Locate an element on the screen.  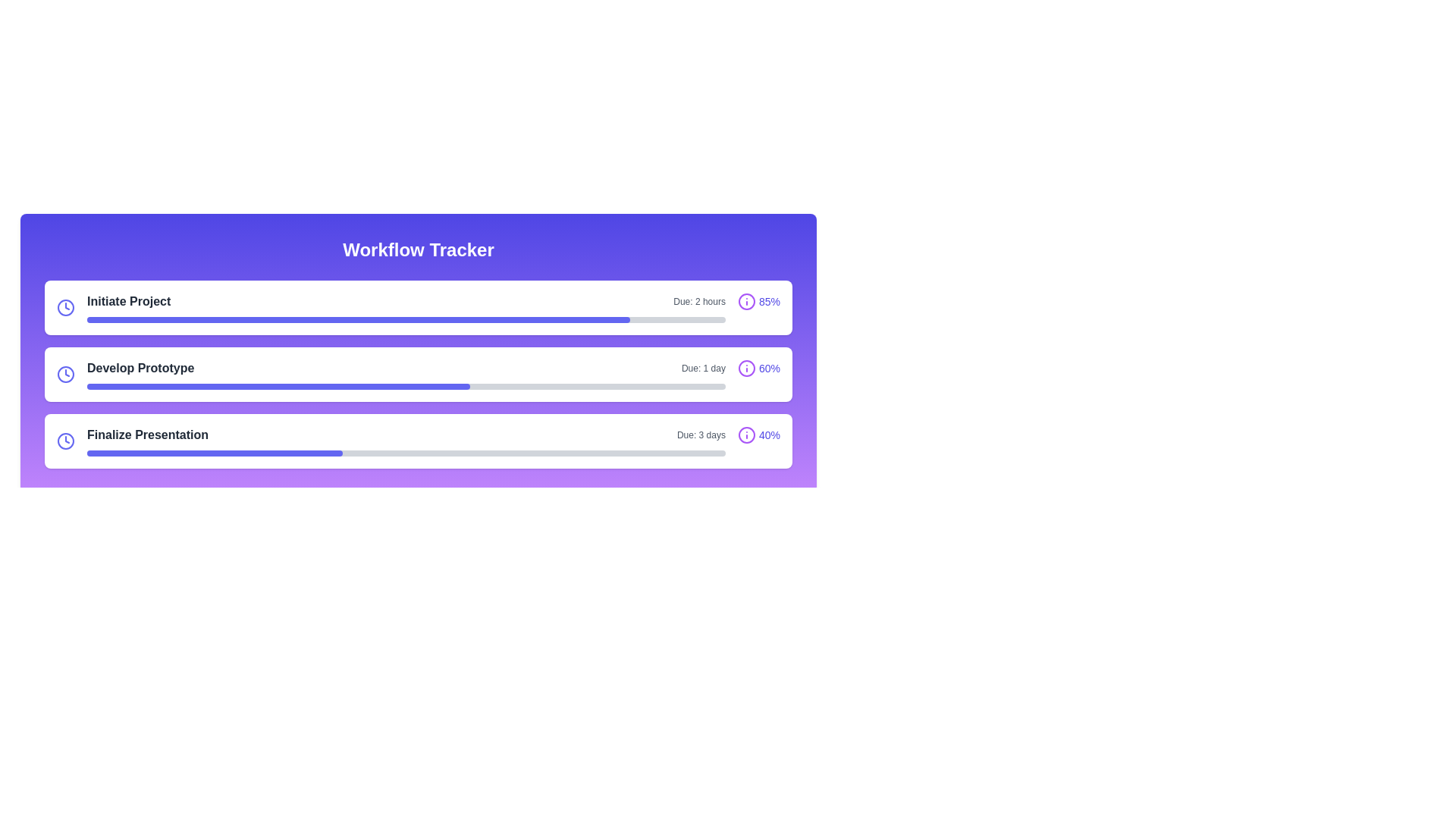
the horizontal progress bar that is purple-filled on the left, located under the 'Initiate Project' section in the 'Workflow Tracker' interface is located at coordinates (357, 318).